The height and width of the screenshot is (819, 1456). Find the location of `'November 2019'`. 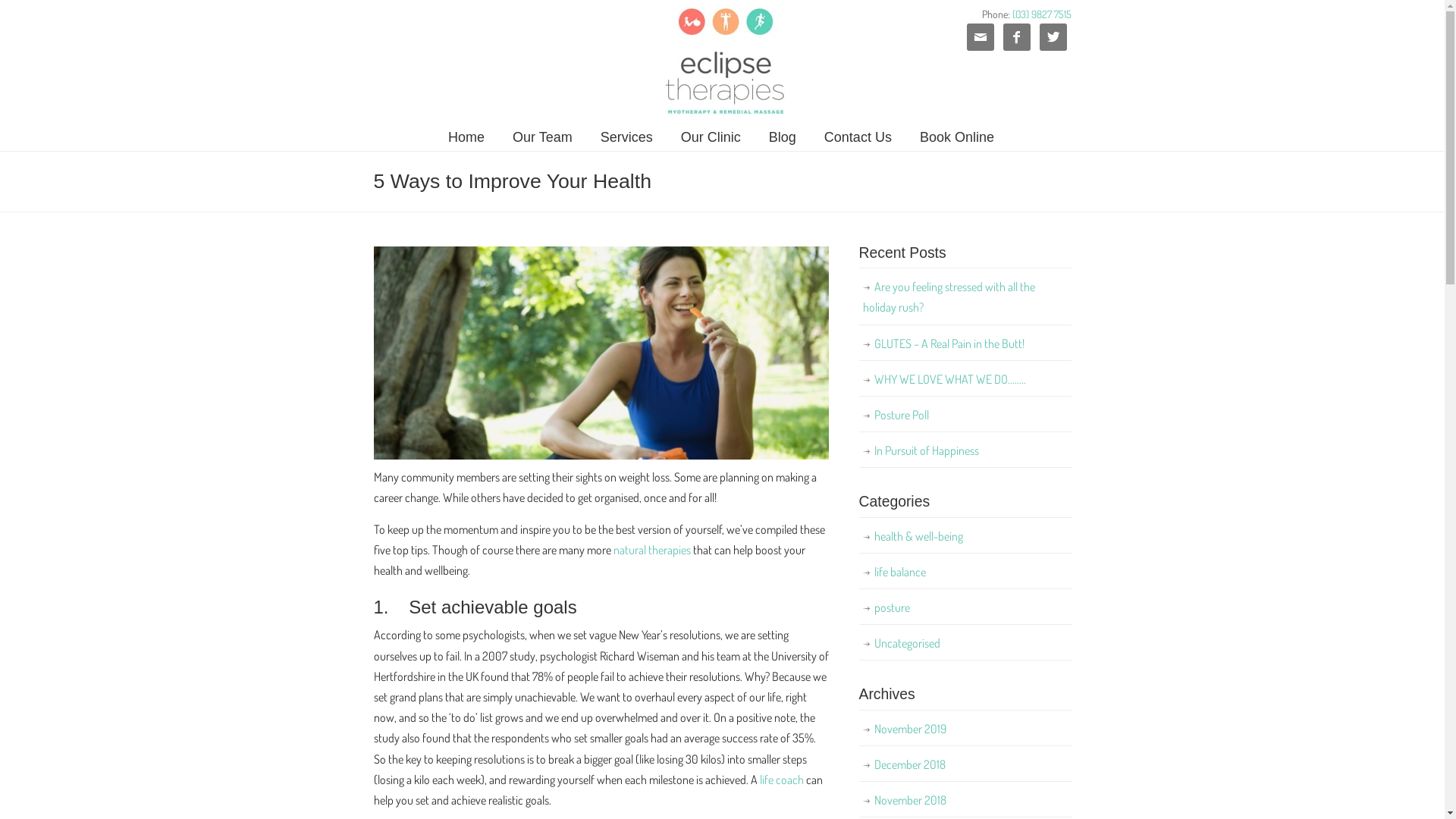

'November 2019' is located at coordinates (964, 728).